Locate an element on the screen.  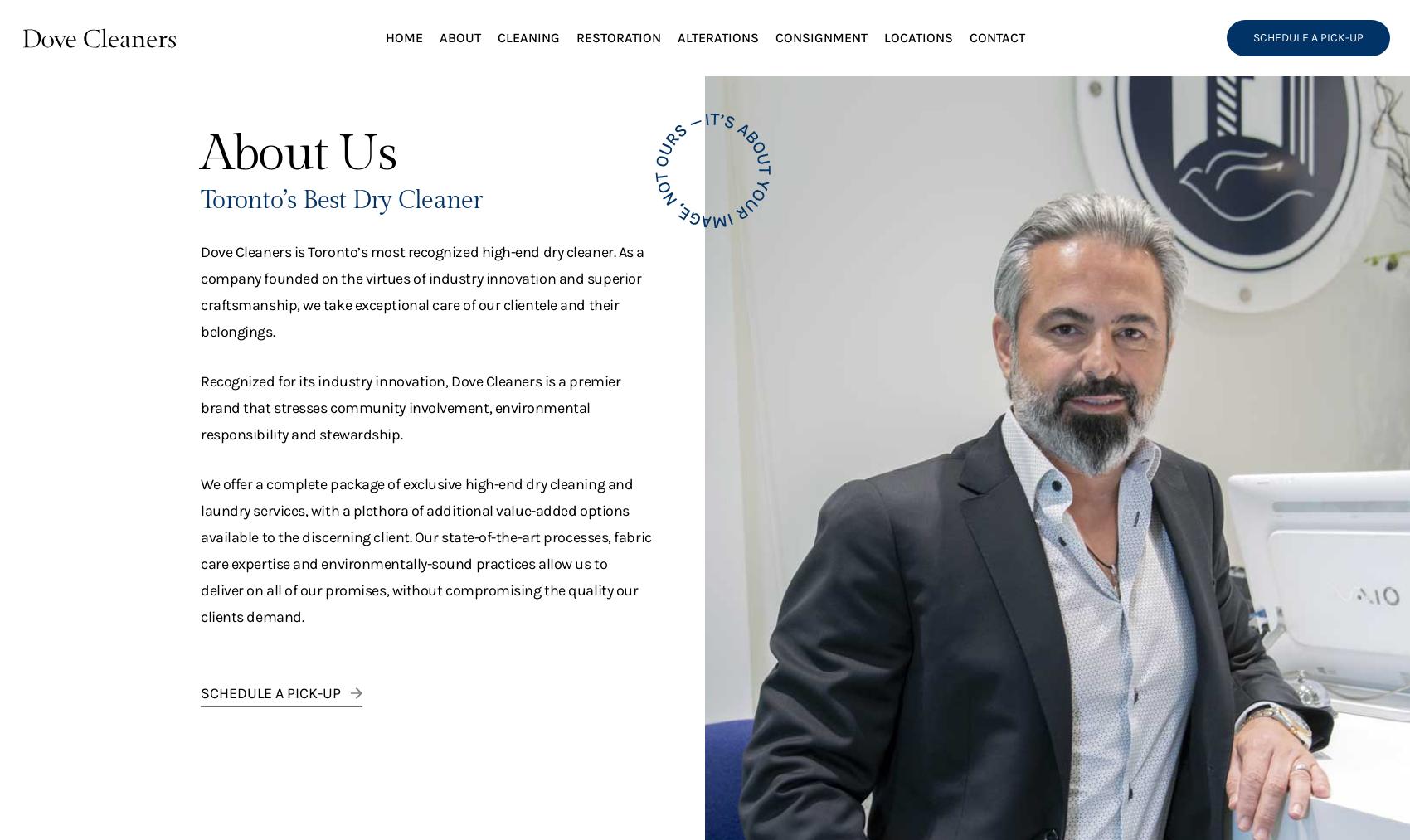
'Locations' is located at coordinates (917, 36).